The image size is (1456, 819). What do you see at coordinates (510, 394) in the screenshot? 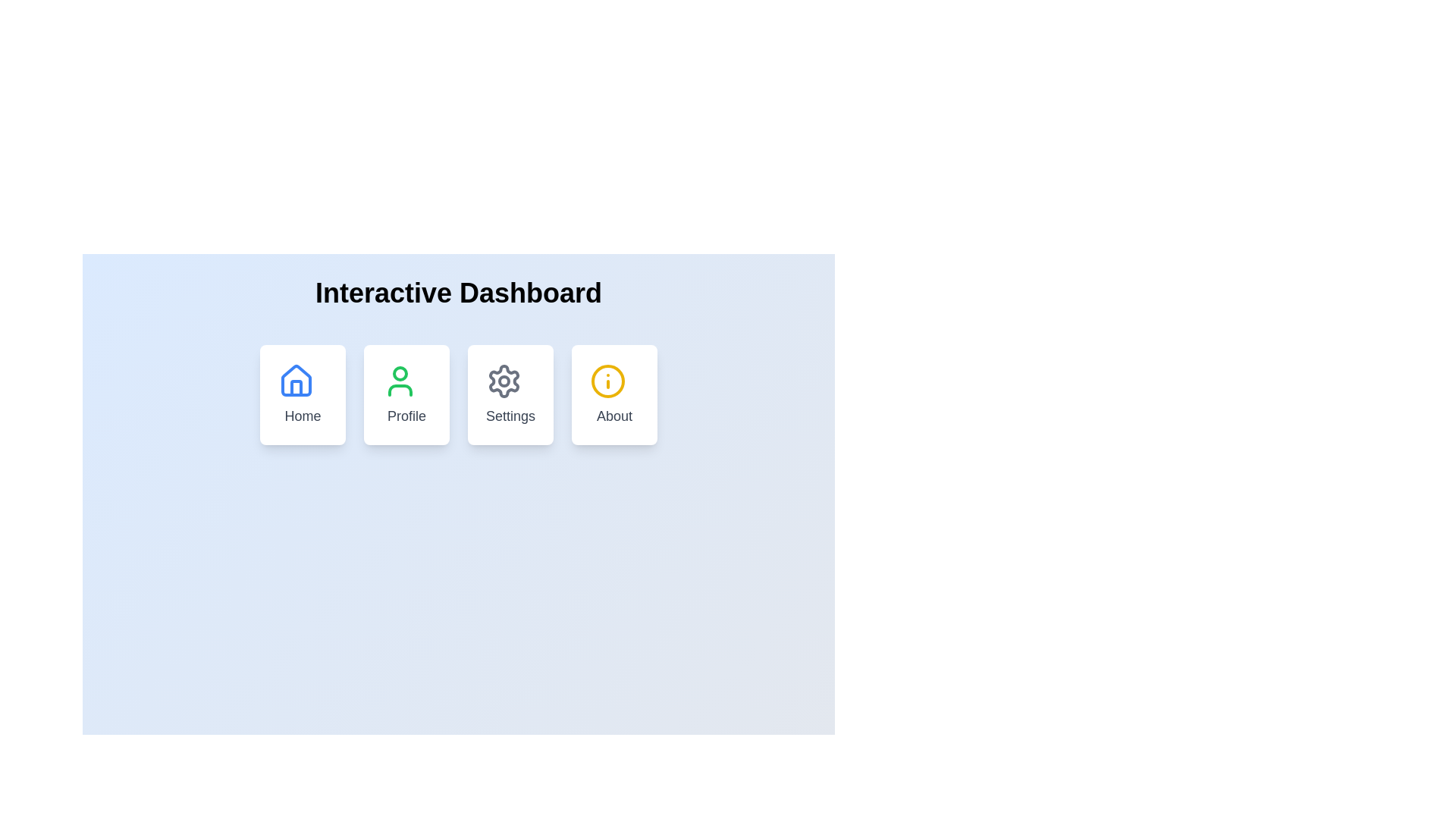
I see `the 'Settings' navigation card, which is a square card with rounded corners, a white background, and a gear icon at the top` at bounding box center [510, 394].